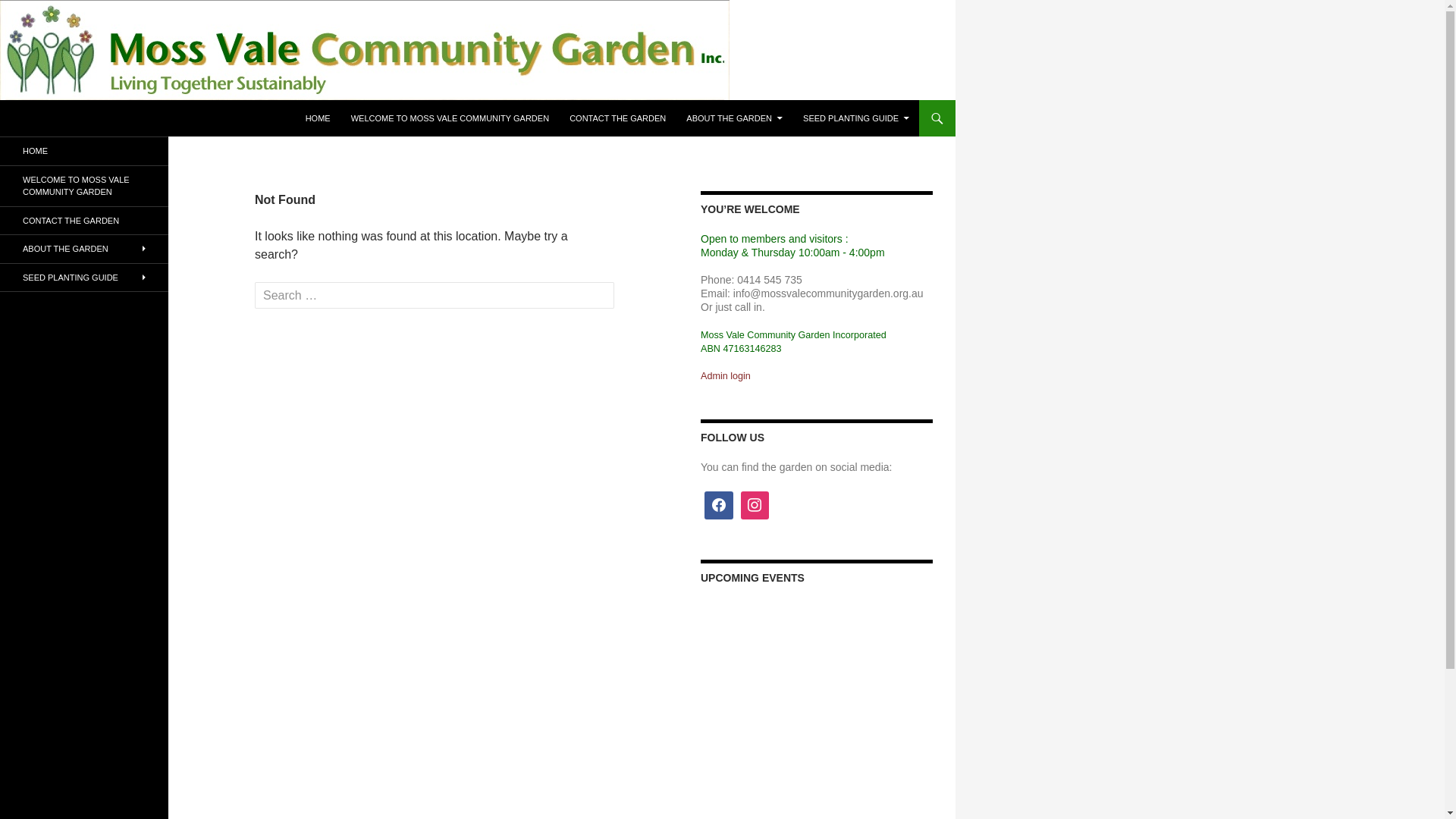 The height and width of the screenshot is (819, 1456). Describe the element at coordinates (42, 13) in the screenshot. I see `'Search'` at that location.